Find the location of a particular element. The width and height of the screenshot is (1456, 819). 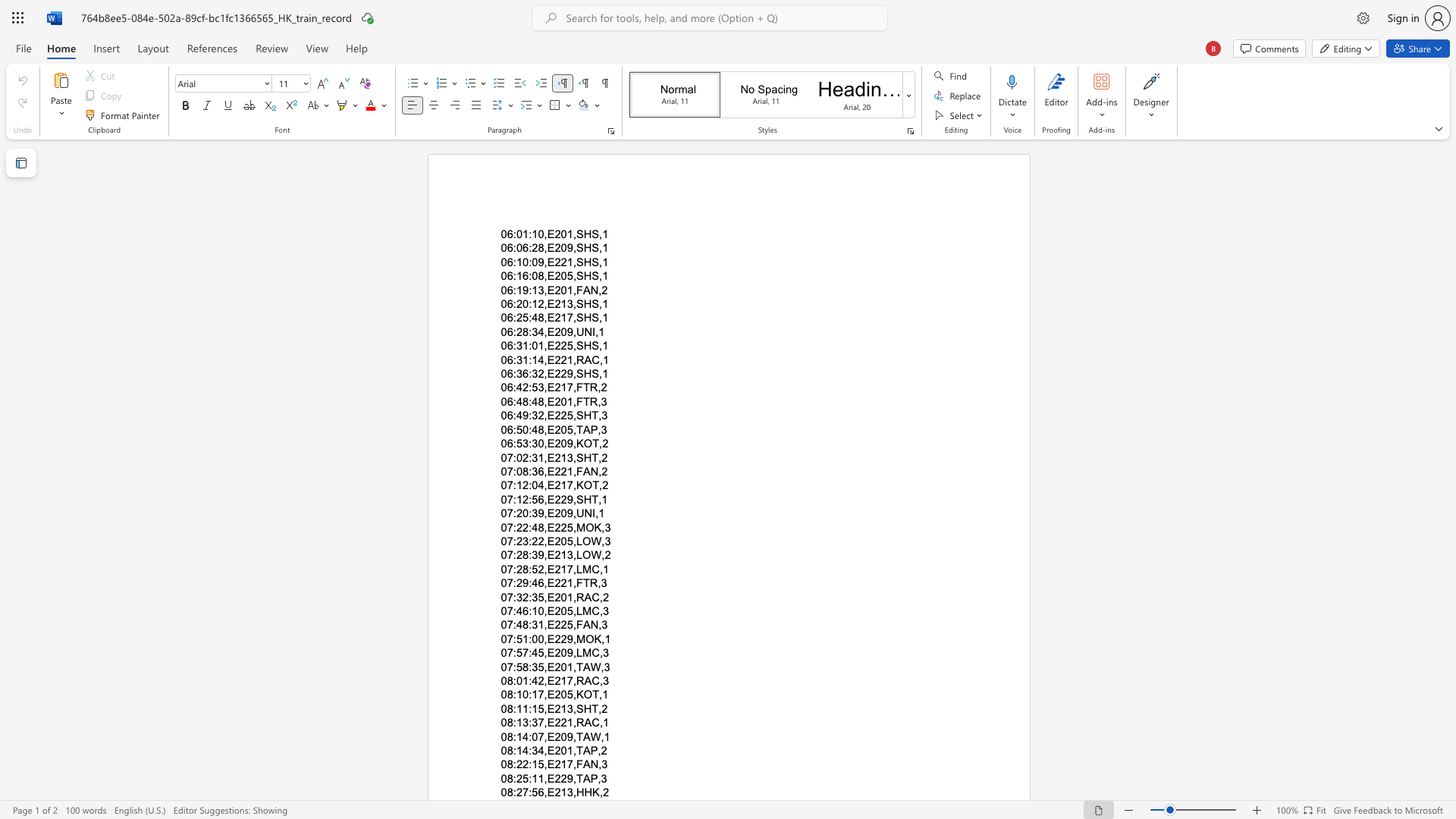

the space between the continuous character "7" and ":" in the text is located at coordinates (512, 513).